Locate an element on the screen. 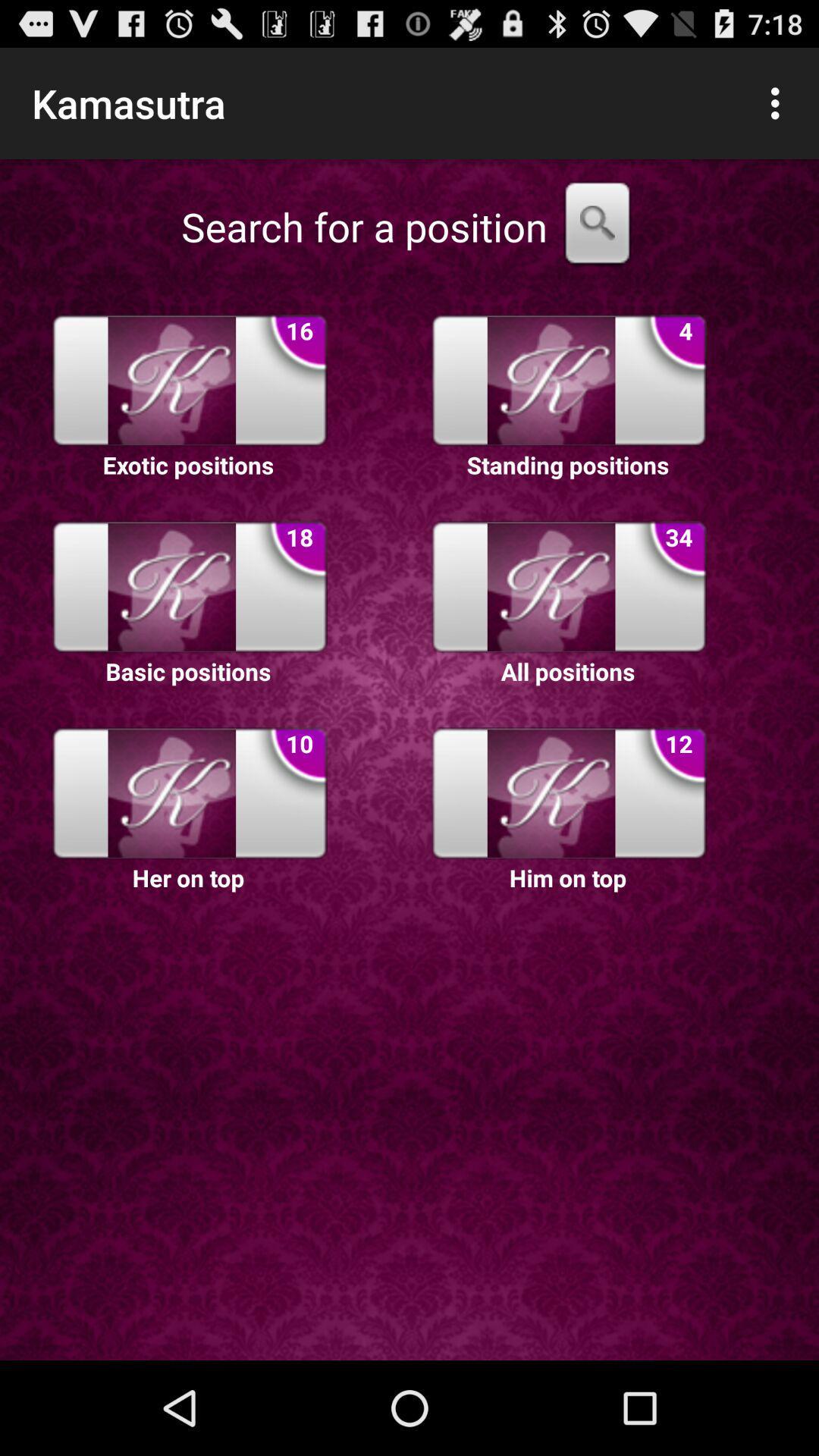 This screenshot has width=819, height=1456. the search icon is located at coordinates (596, 243).